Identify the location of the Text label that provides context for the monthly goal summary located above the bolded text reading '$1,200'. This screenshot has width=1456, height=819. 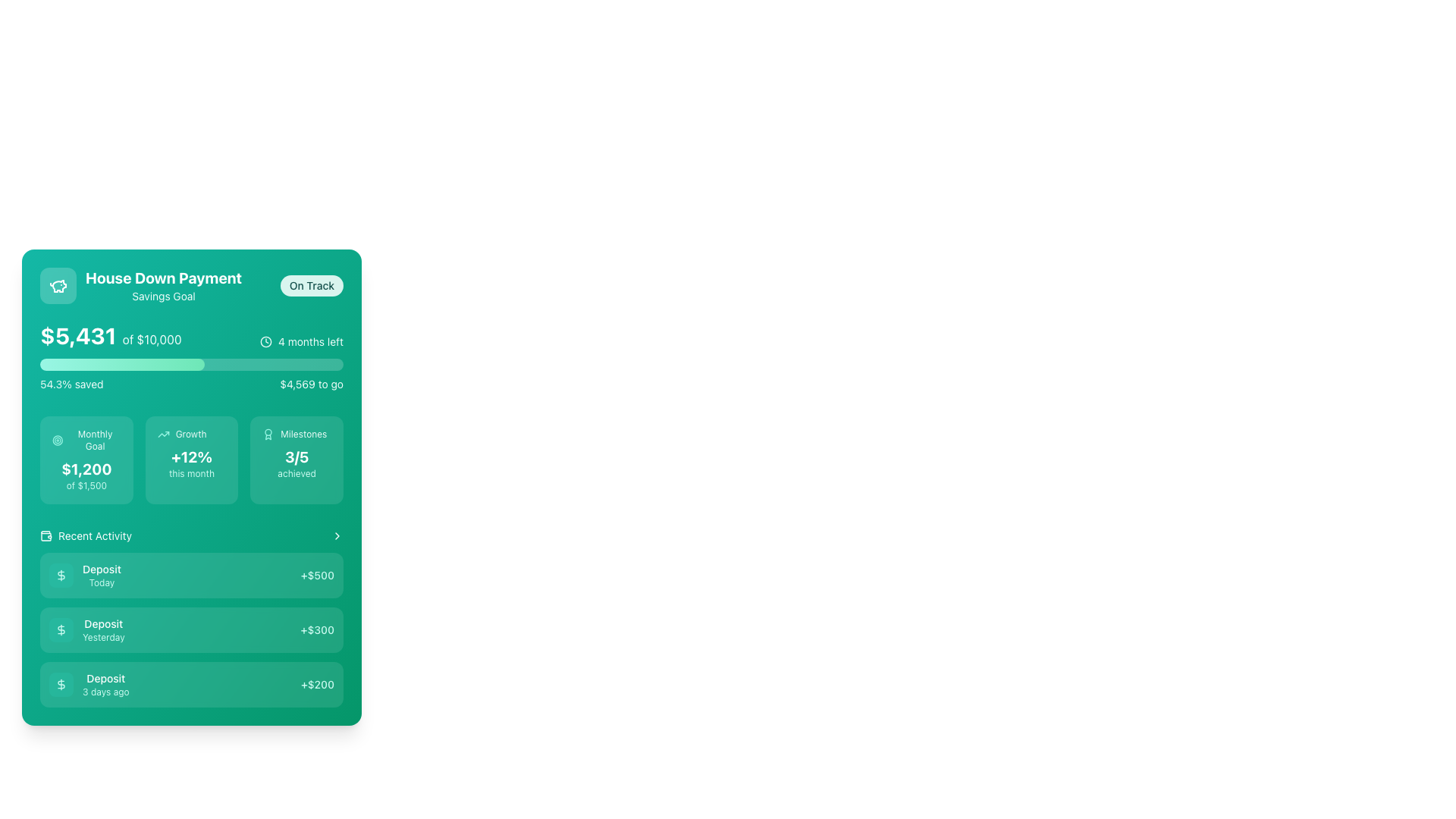
(86, 441).